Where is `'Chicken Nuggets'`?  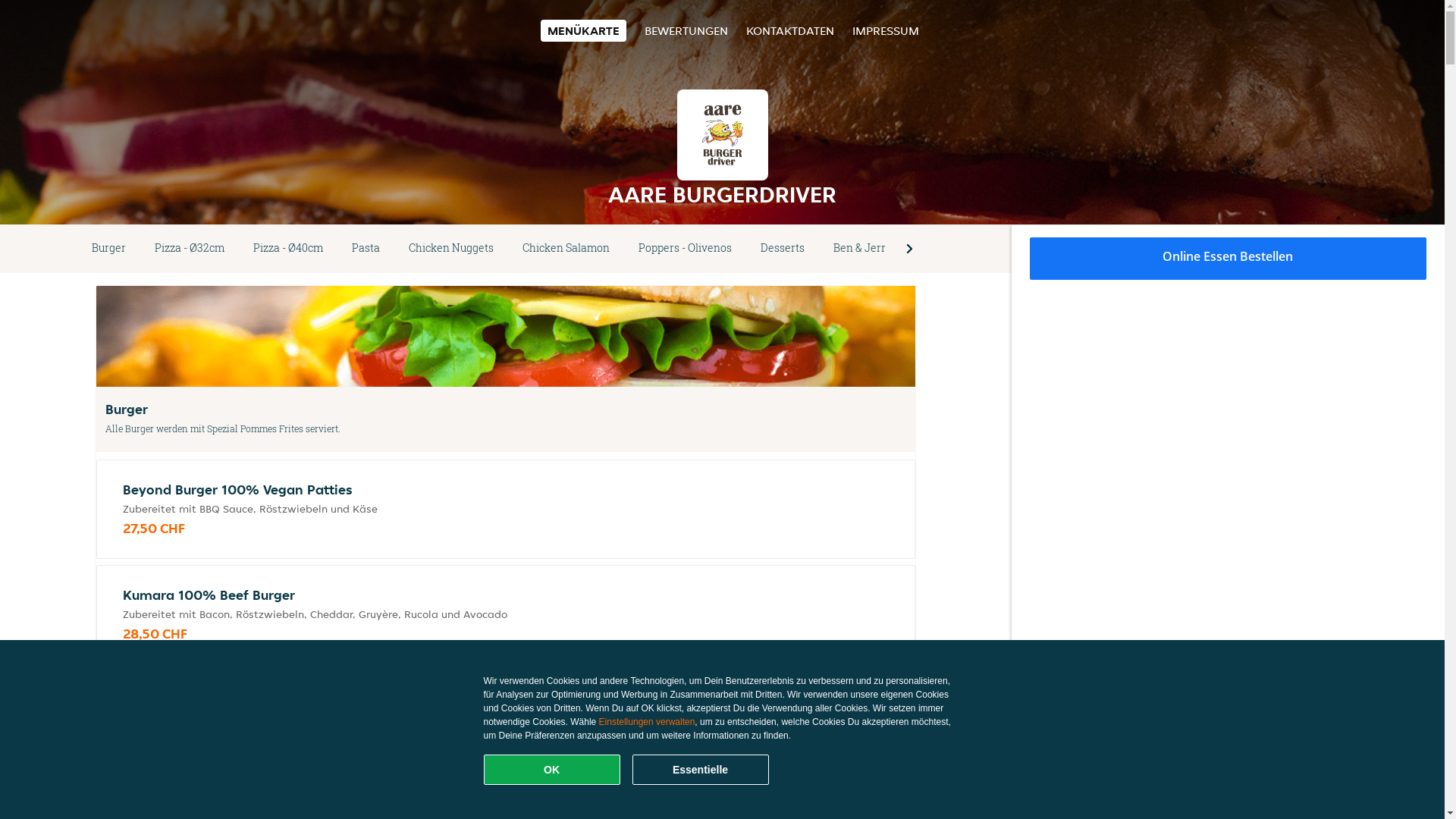
'Chicken Nuggets' is located at coordinates (394, 247).